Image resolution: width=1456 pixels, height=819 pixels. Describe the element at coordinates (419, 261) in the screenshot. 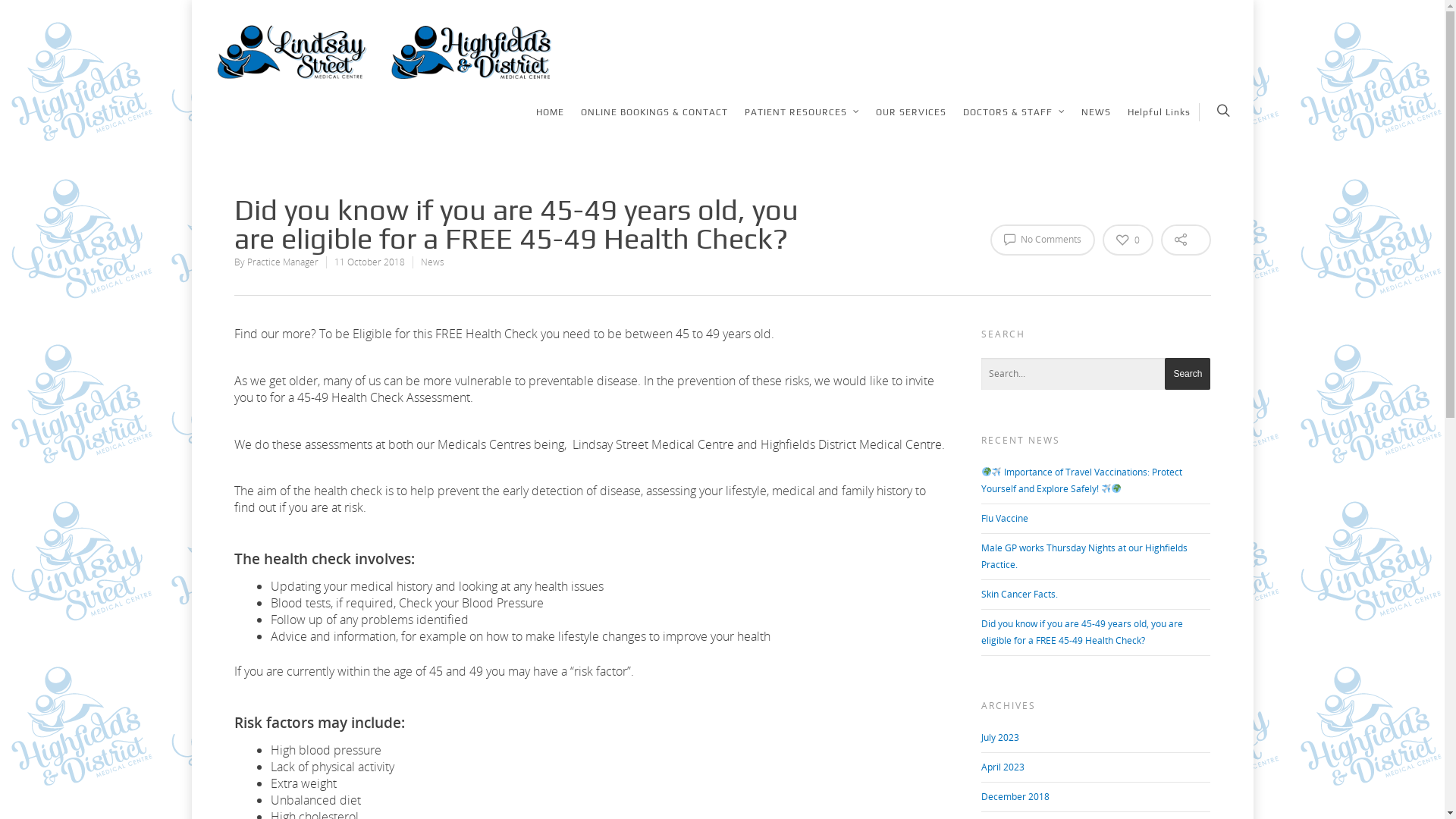

I see `'News'` at that location.